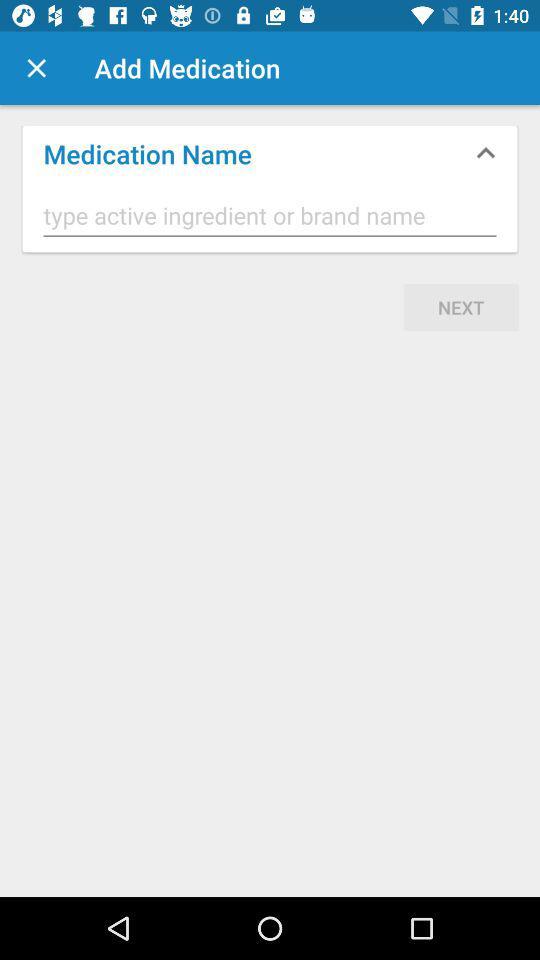 The image size is (540, 960). What do you see at coordinates (36, 68) in the screenshot?
I see `button` at bounding box center [36, 68].